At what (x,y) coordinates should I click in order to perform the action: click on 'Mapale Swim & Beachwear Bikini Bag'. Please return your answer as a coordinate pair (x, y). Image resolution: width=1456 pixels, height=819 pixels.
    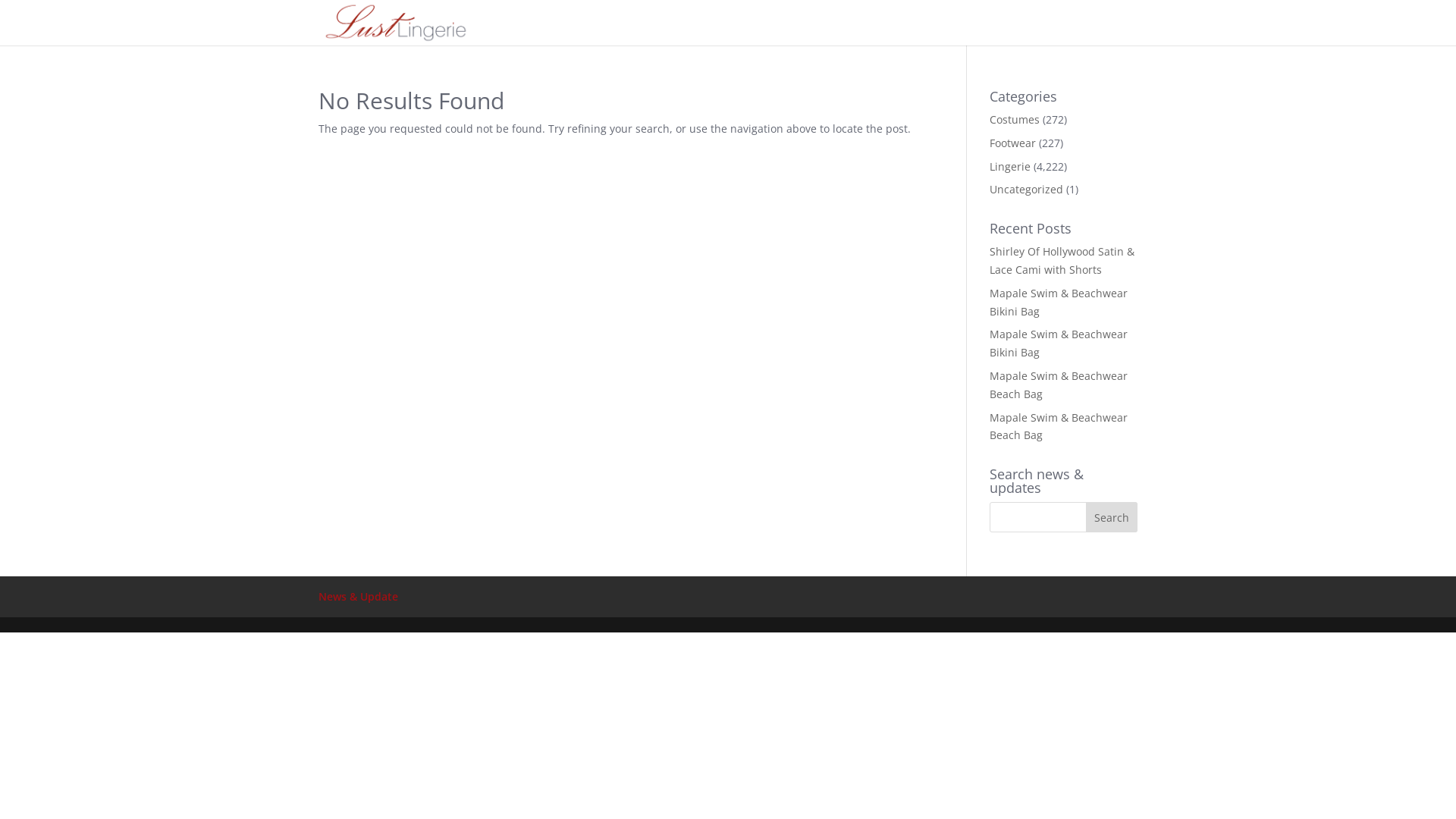
    Looking at the image, I should click on (1058, 343).